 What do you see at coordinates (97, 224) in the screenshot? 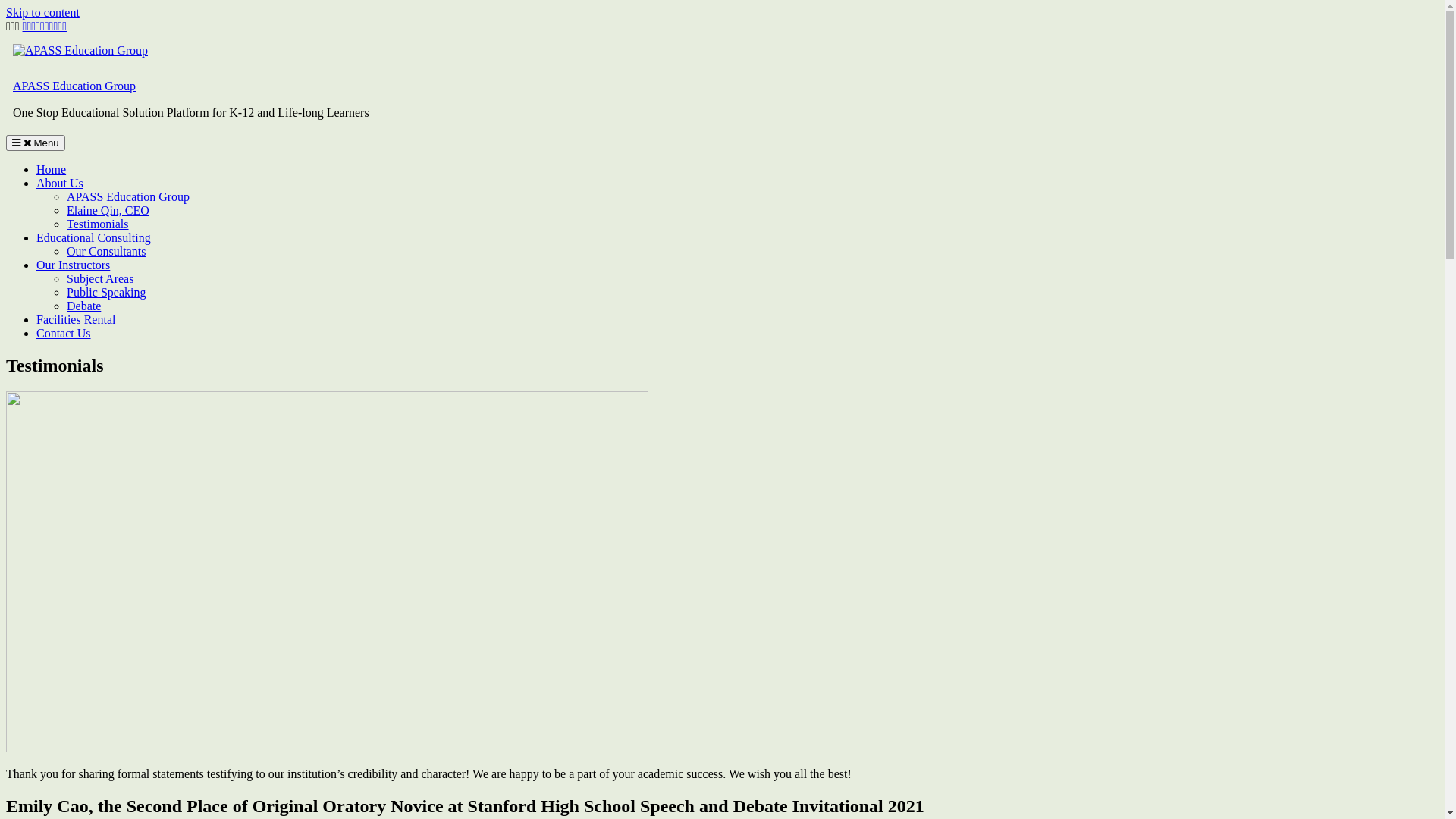
I see `'Testimonials'` at bounding box center [97, 224].